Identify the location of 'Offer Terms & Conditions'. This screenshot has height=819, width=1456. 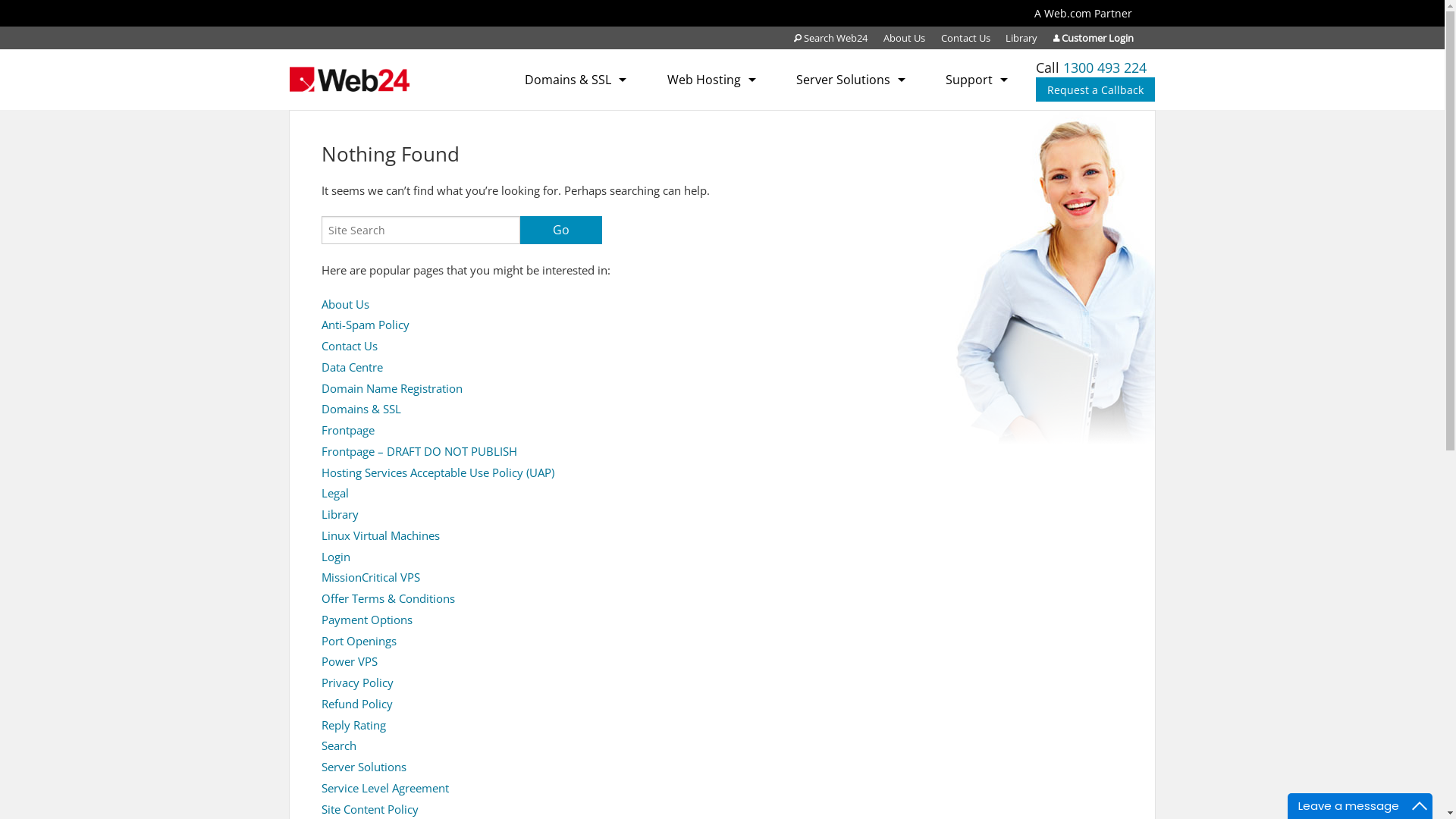
(388, 598).